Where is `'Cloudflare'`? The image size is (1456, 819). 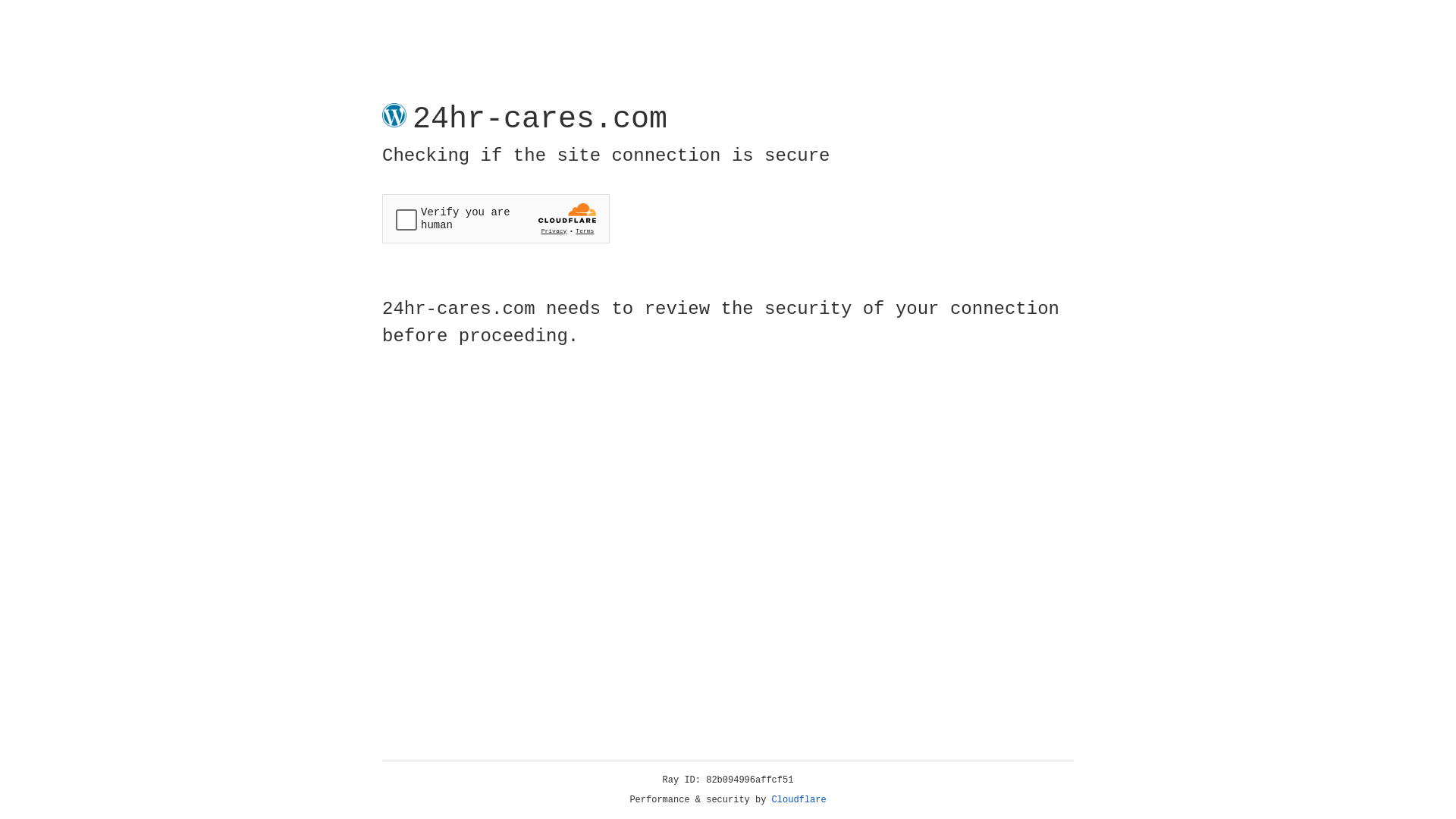
'Cloudflare' is located at coordinates (799, 799).